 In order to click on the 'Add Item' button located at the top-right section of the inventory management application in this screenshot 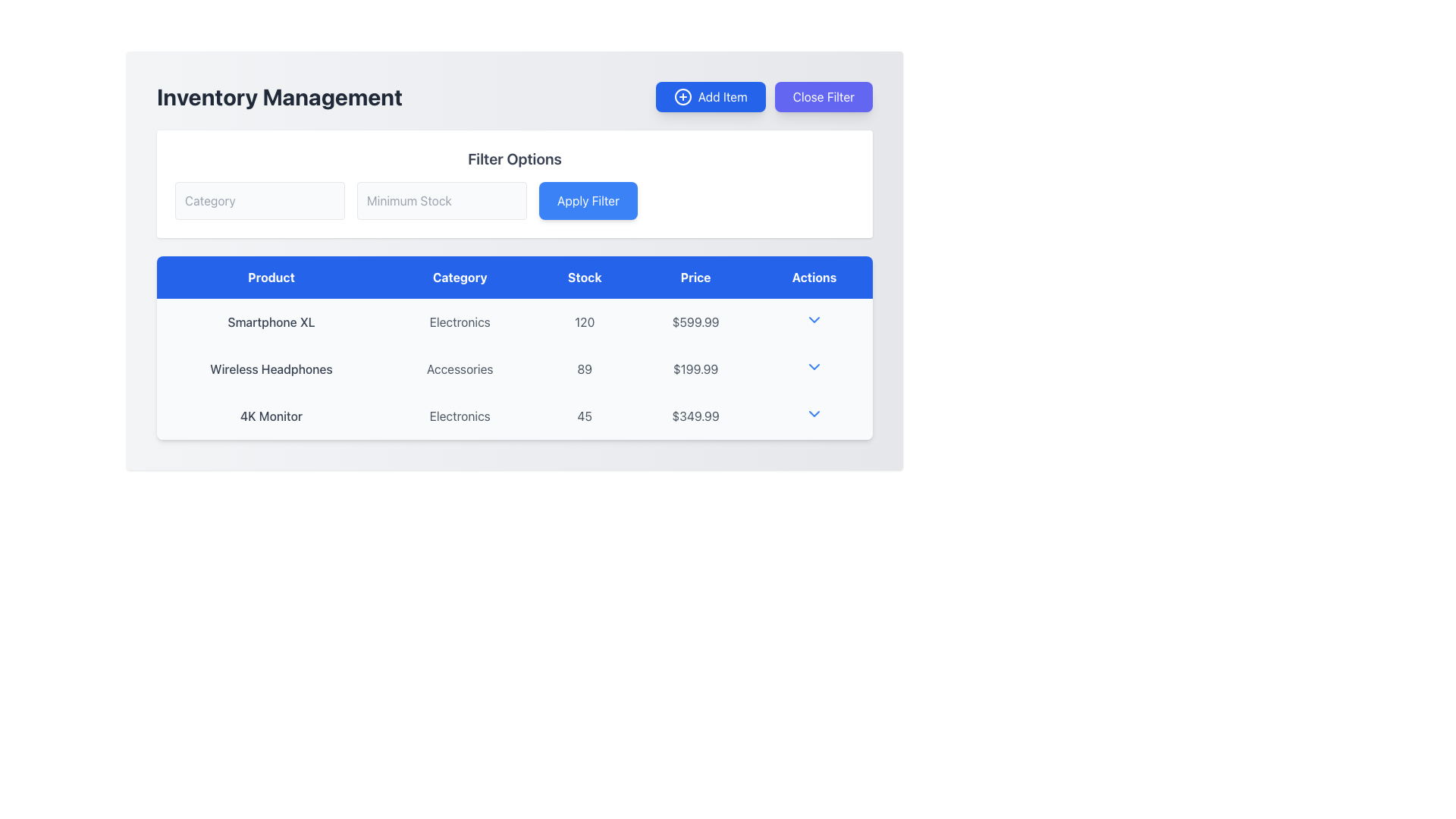, I will do `click(710, 96)`.